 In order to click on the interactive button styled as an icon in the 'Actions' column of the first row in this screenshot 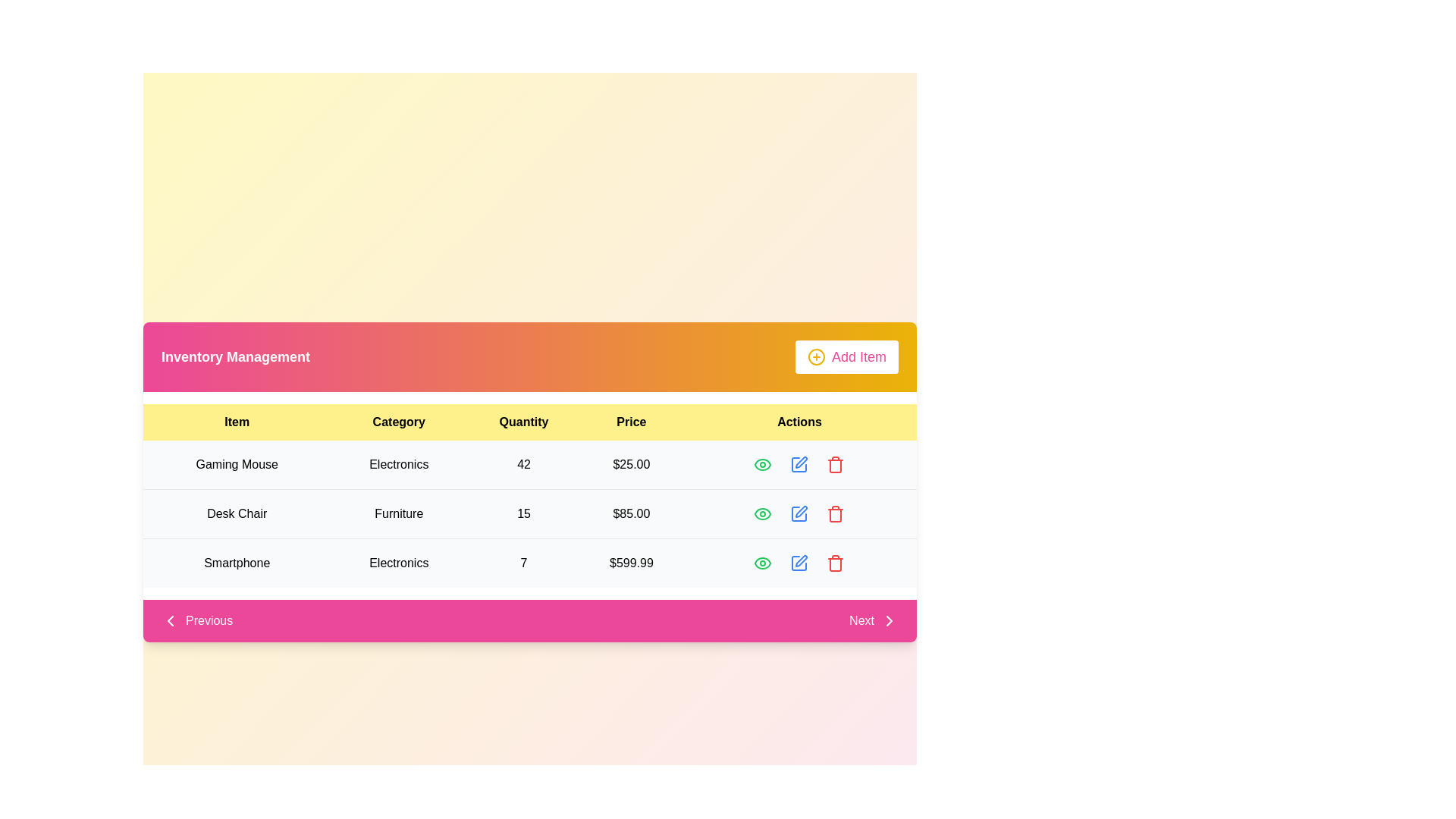, I will do `click(763, 464)`.